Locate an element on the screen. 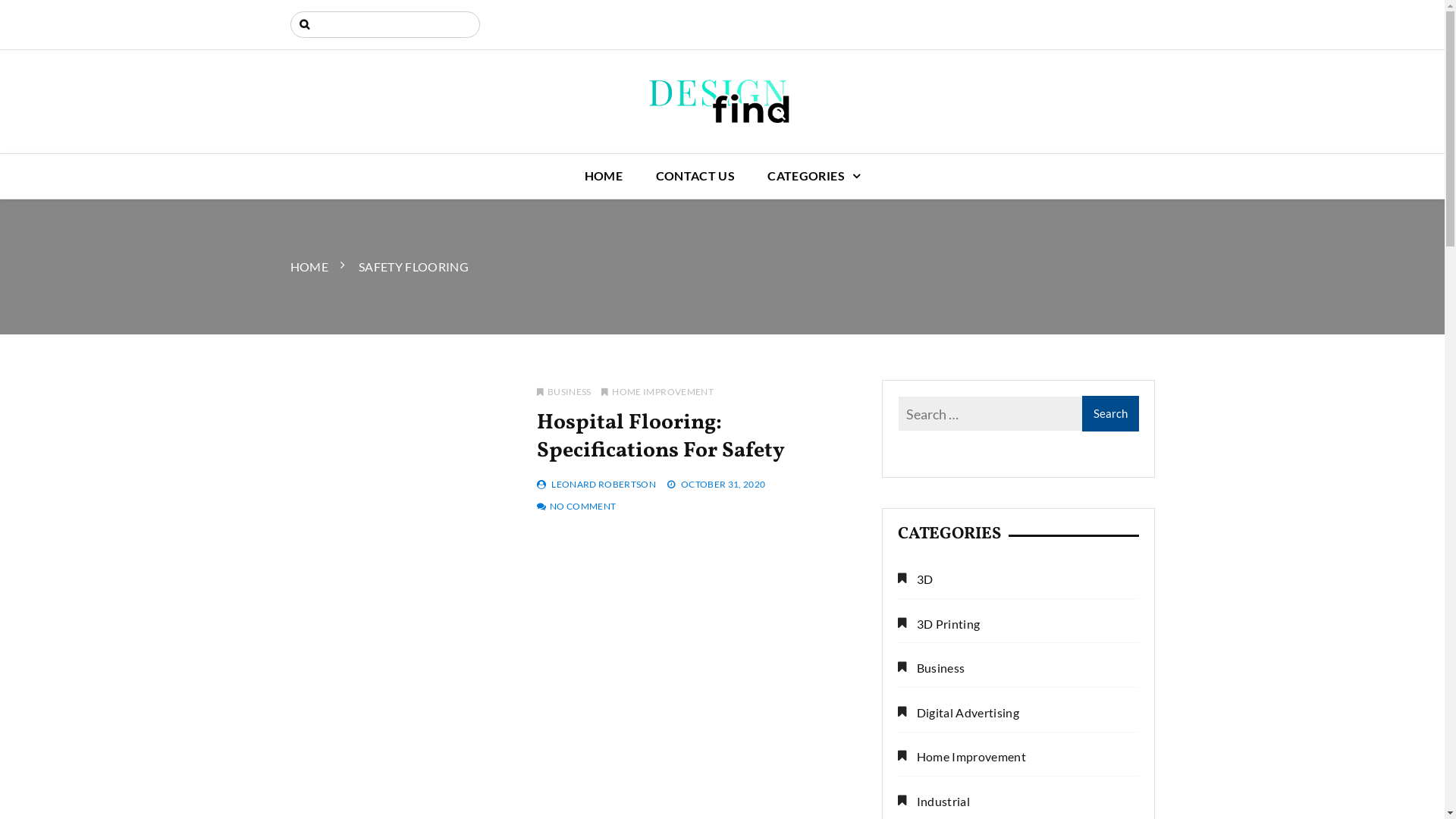  'OCTOBER 31, 2020' is located at coordinates (723, 484).